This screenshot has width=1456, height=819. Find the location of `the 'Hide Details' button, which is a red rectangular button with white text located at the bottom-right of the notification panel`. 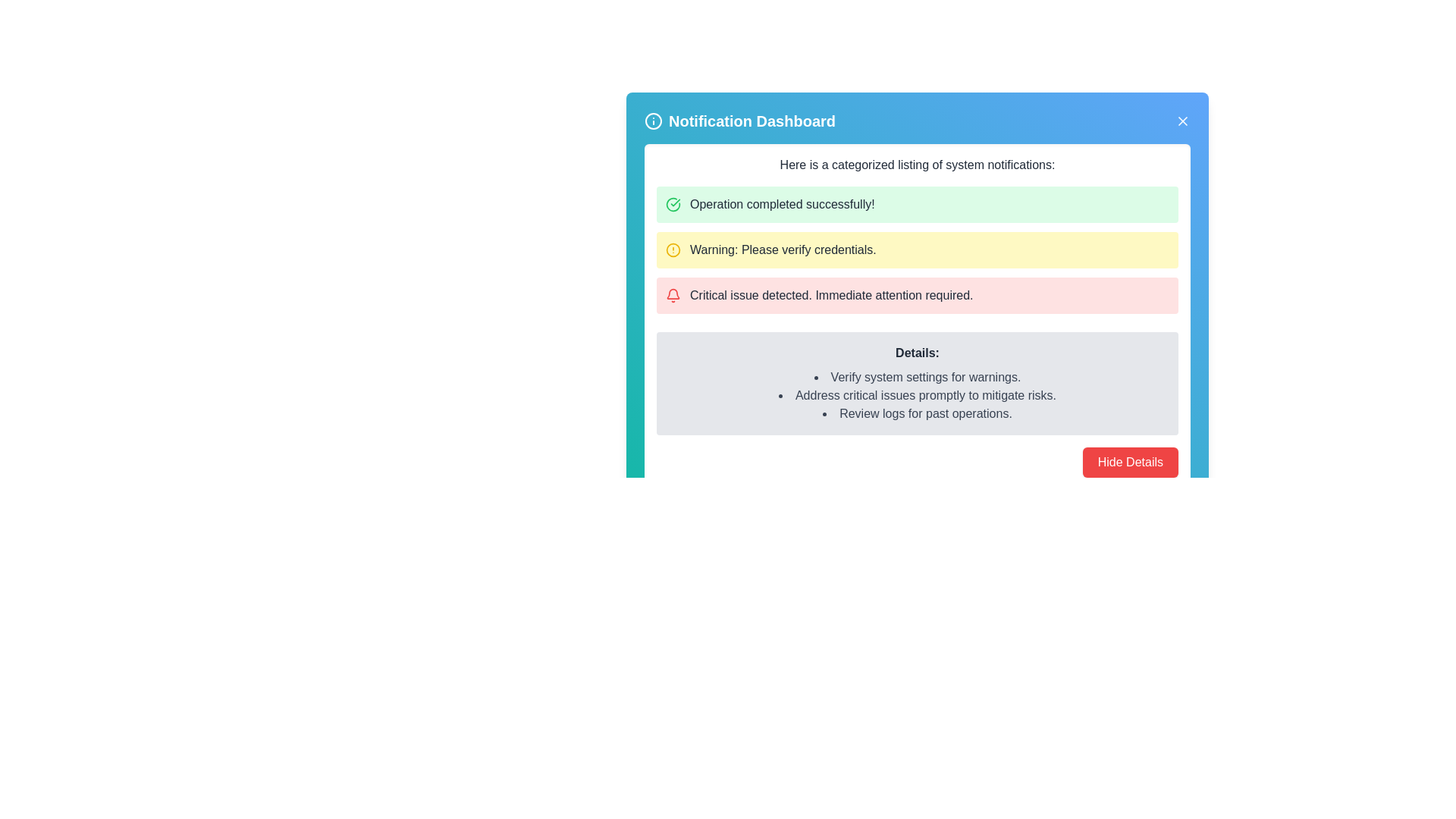

the 'Hide Details' button, which is a red rectangular button with white text located at the bottom-right of the notification panel is located at coordinates (1130, 461).